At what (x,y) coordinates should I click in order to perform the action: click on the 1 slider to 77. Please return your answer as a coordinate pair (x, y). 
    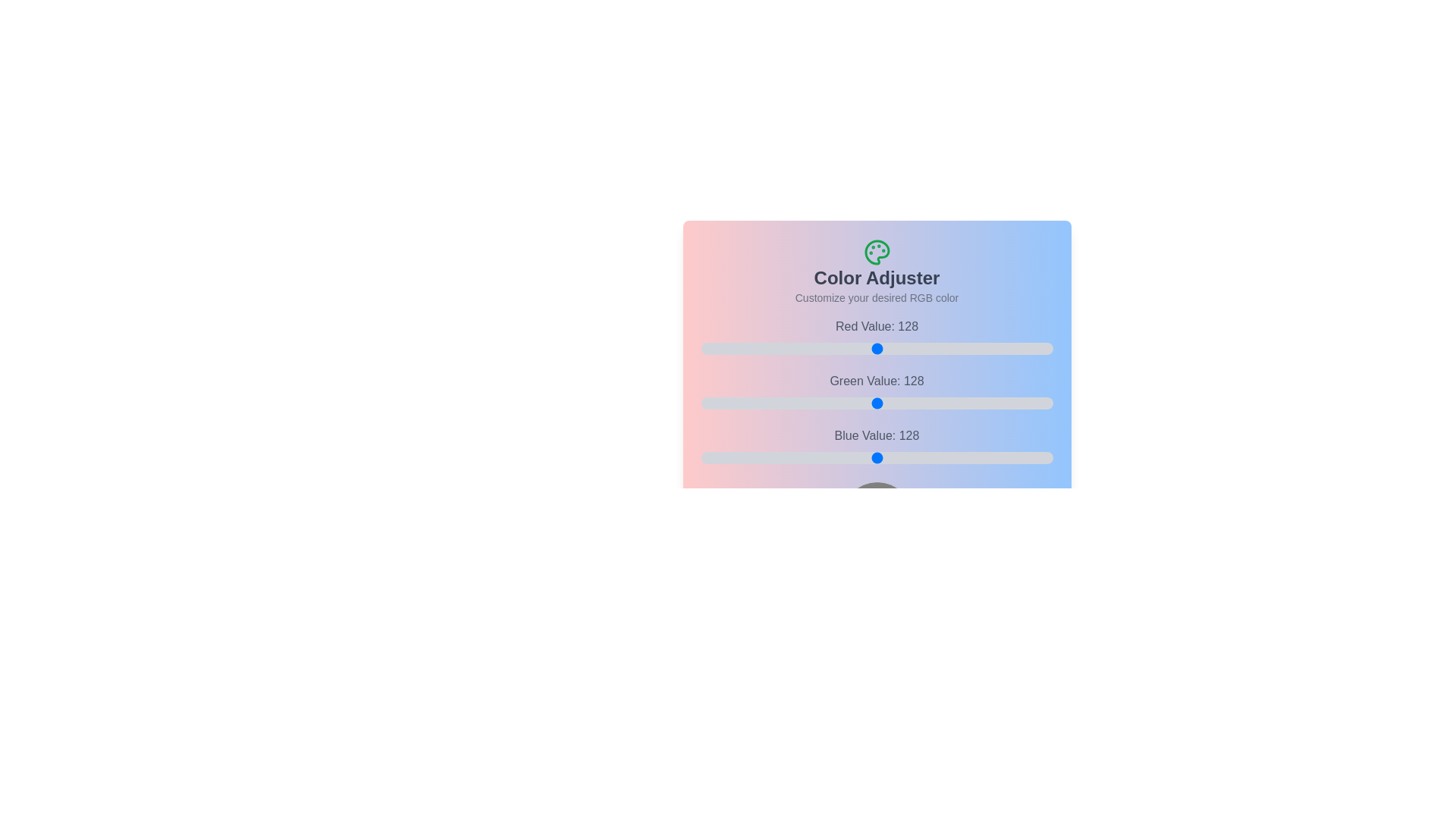
    Looking at the image, I should click on (929, 403).